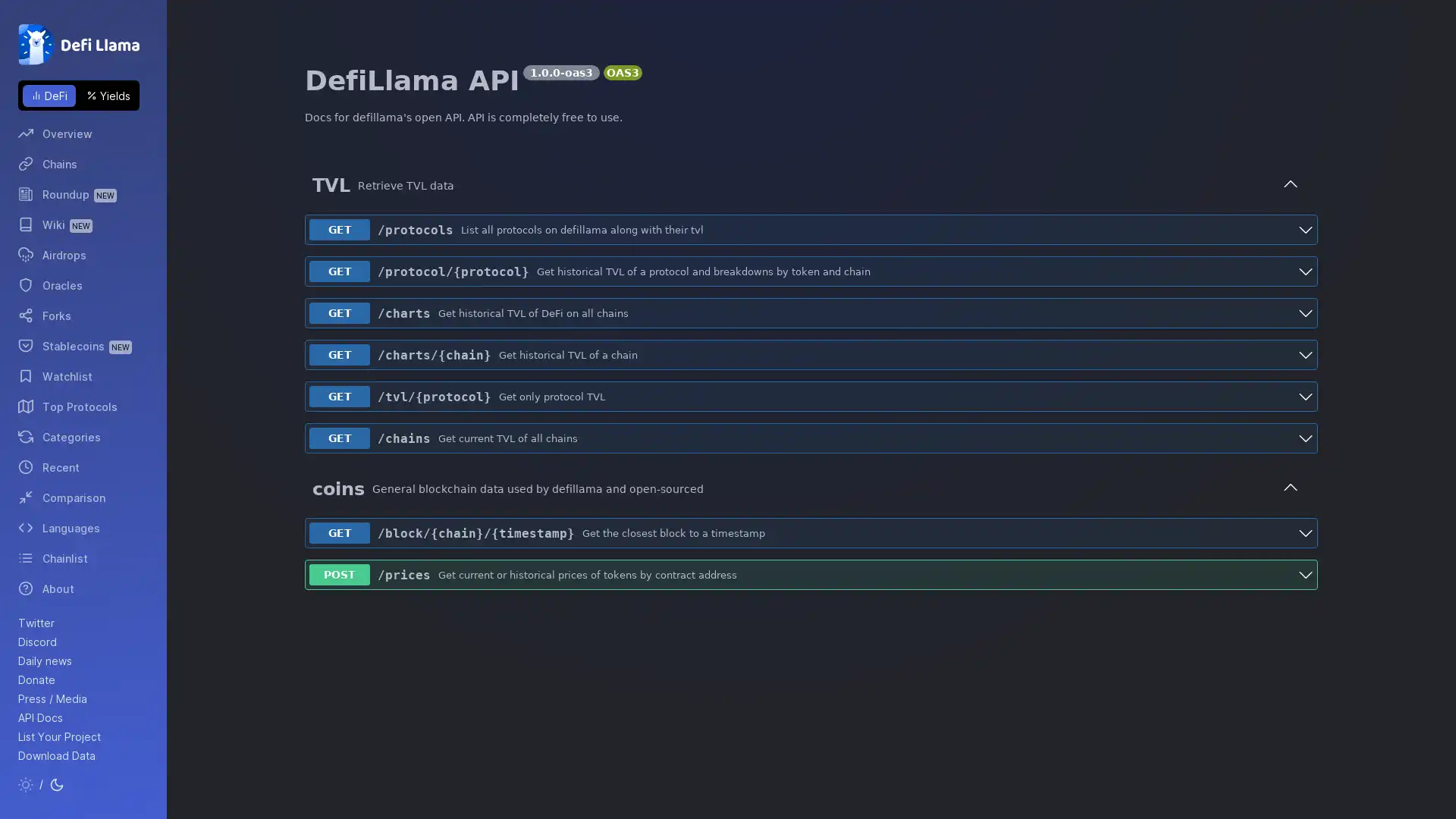 Image resolution: width=1456 pixels, height=819 pixels. I want to click on get /protocols, so click(811, 230).